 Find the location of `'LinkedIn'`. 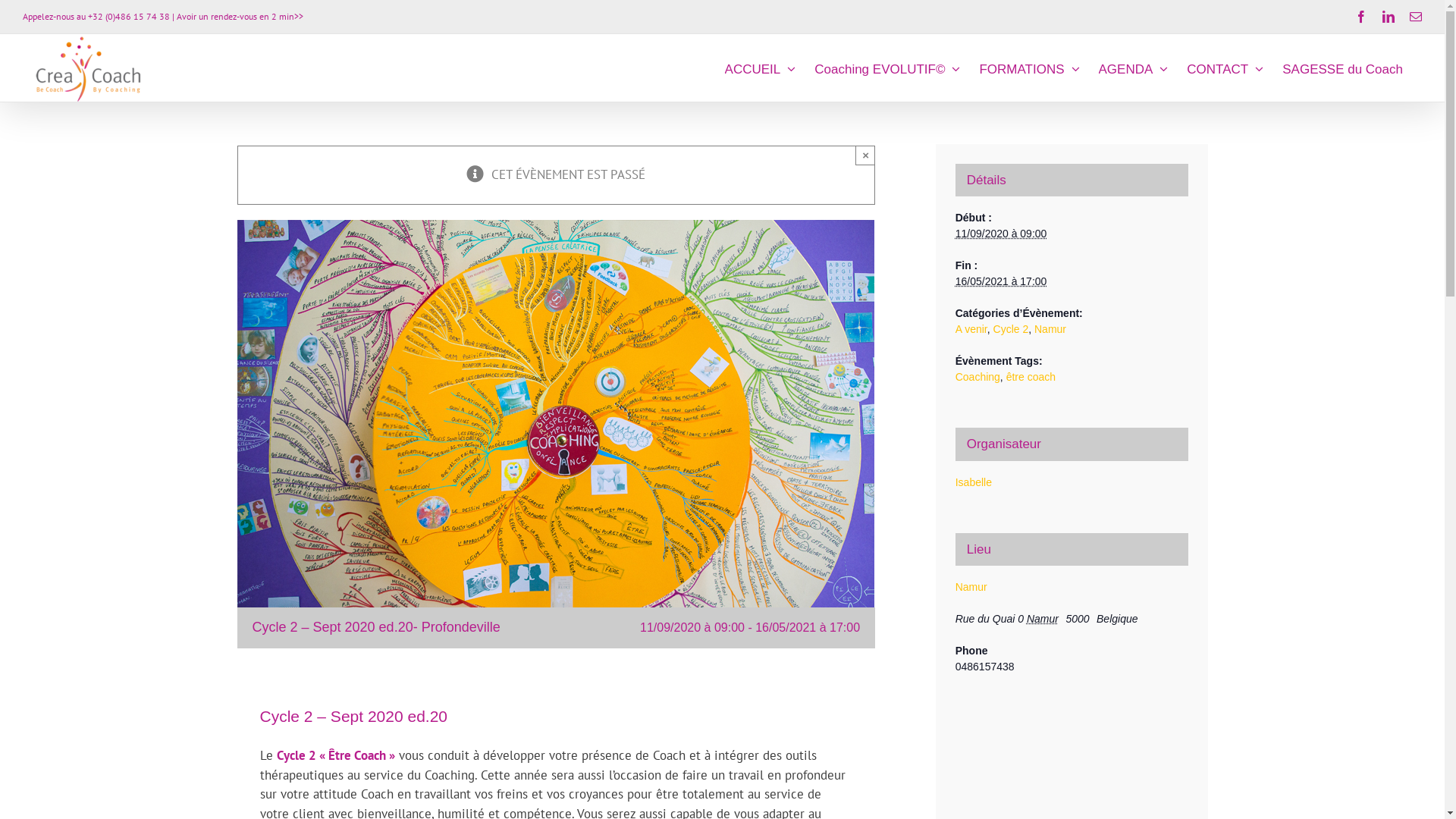

'LinkedIn' is located at coordinates (1388, 17).